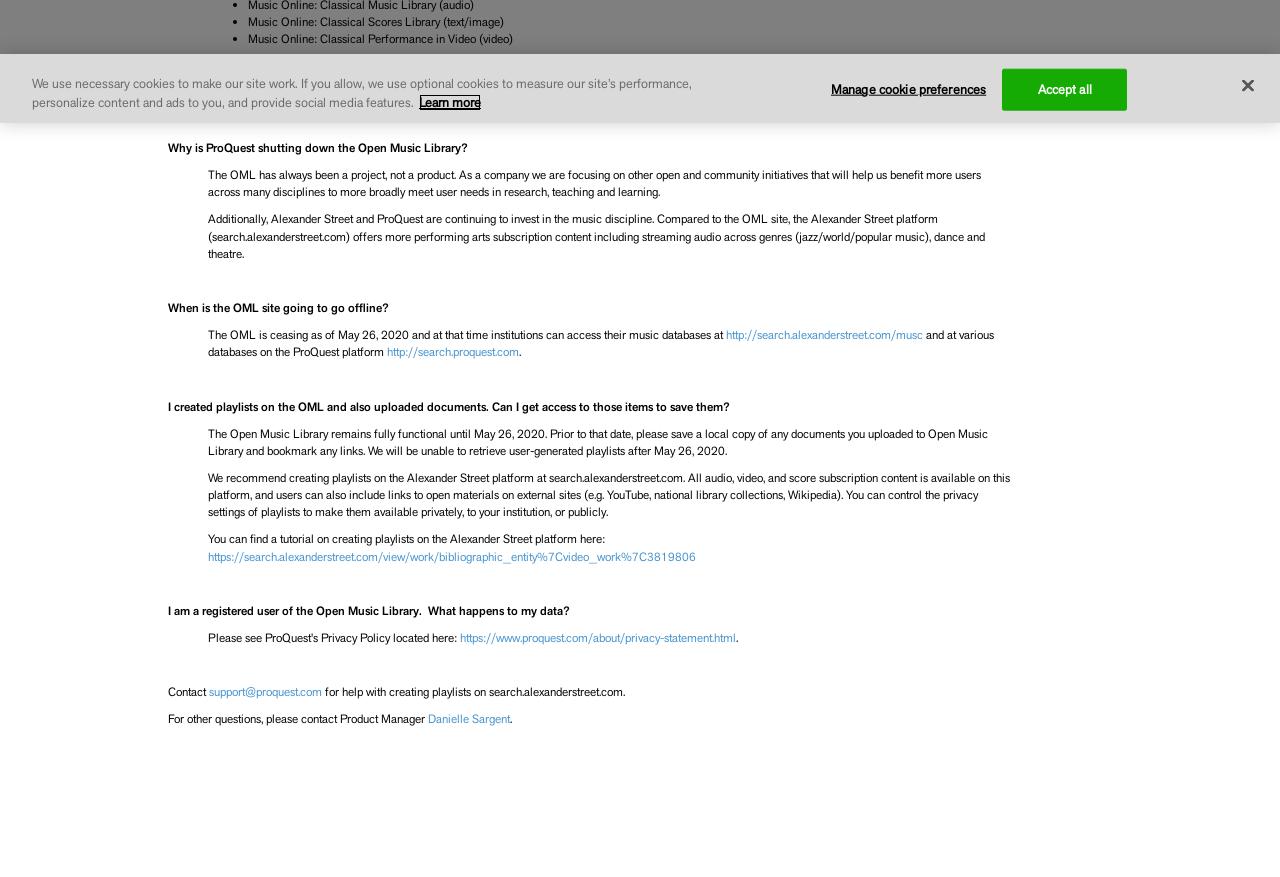  Describe the element at coordinates (404, 539) in the screenshot. I see `'You can find a tutorial on creating playlists on the Alexander Street platform here:'` at that location.